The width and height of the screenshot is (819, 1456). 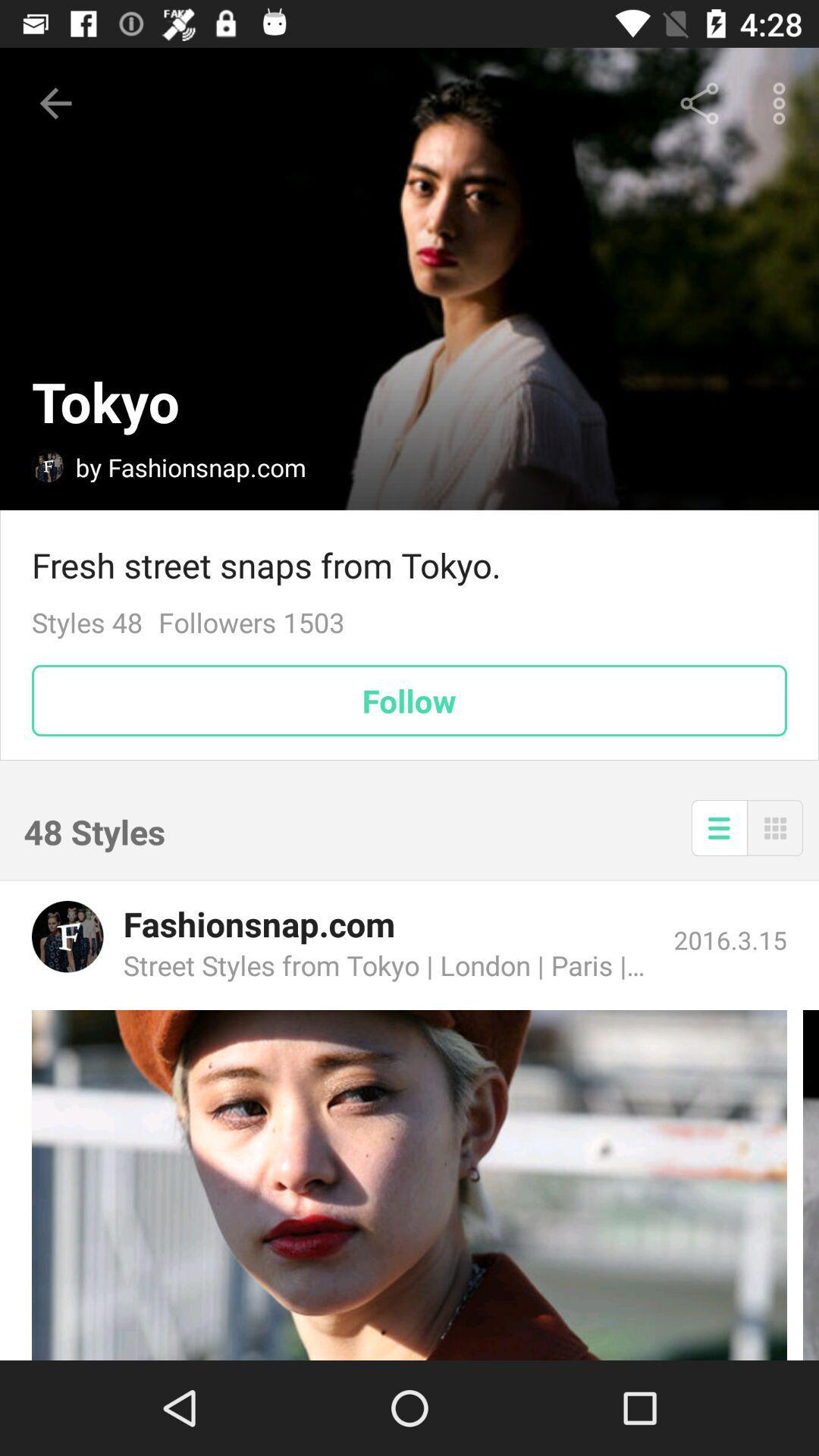 I want to click on link to profile, so click(x=67, y=936).